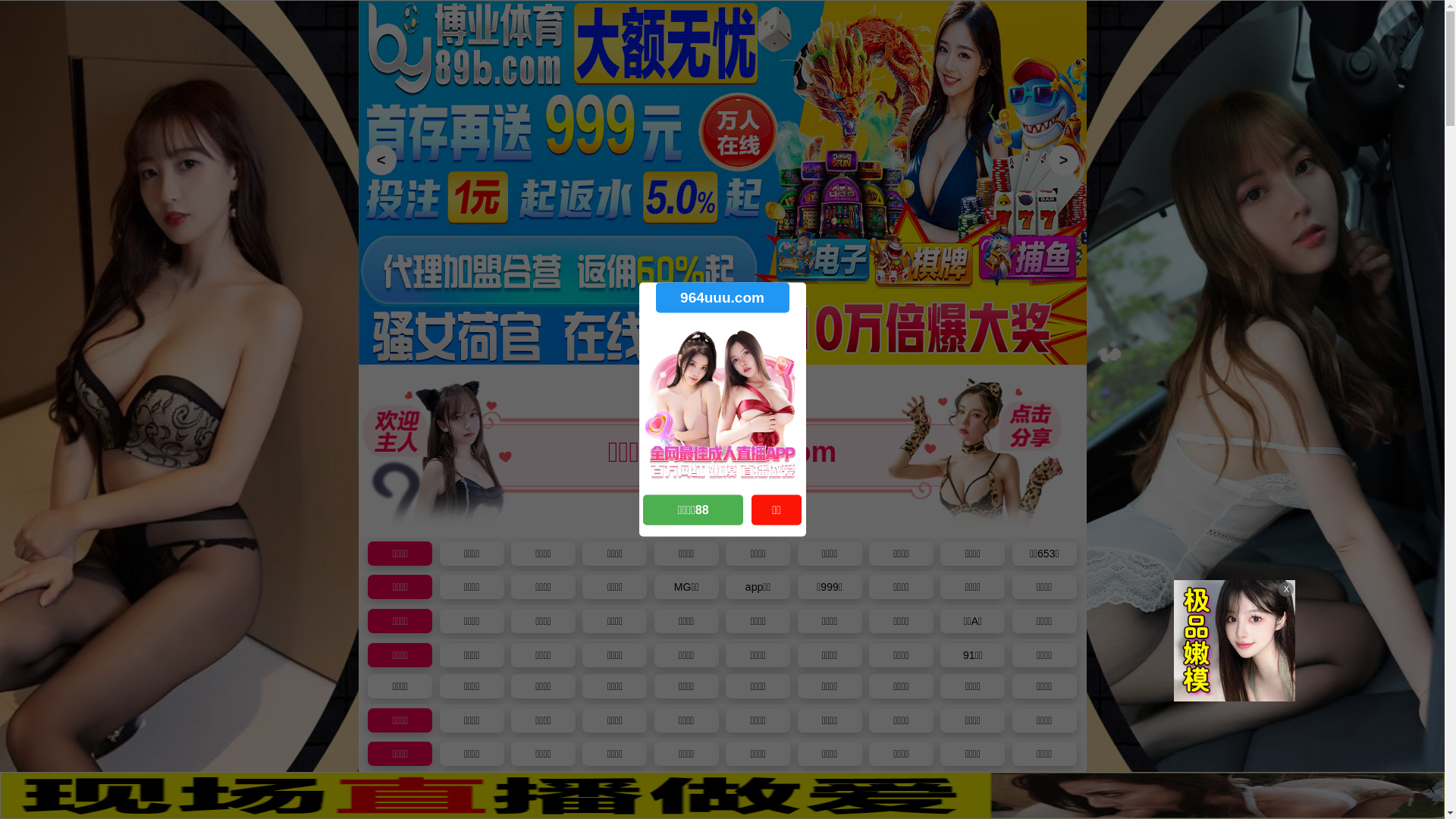  What do you see at coordinates (1422, 789) in the screenshot?
I see `'X'` at bounding box center [1422, 789].